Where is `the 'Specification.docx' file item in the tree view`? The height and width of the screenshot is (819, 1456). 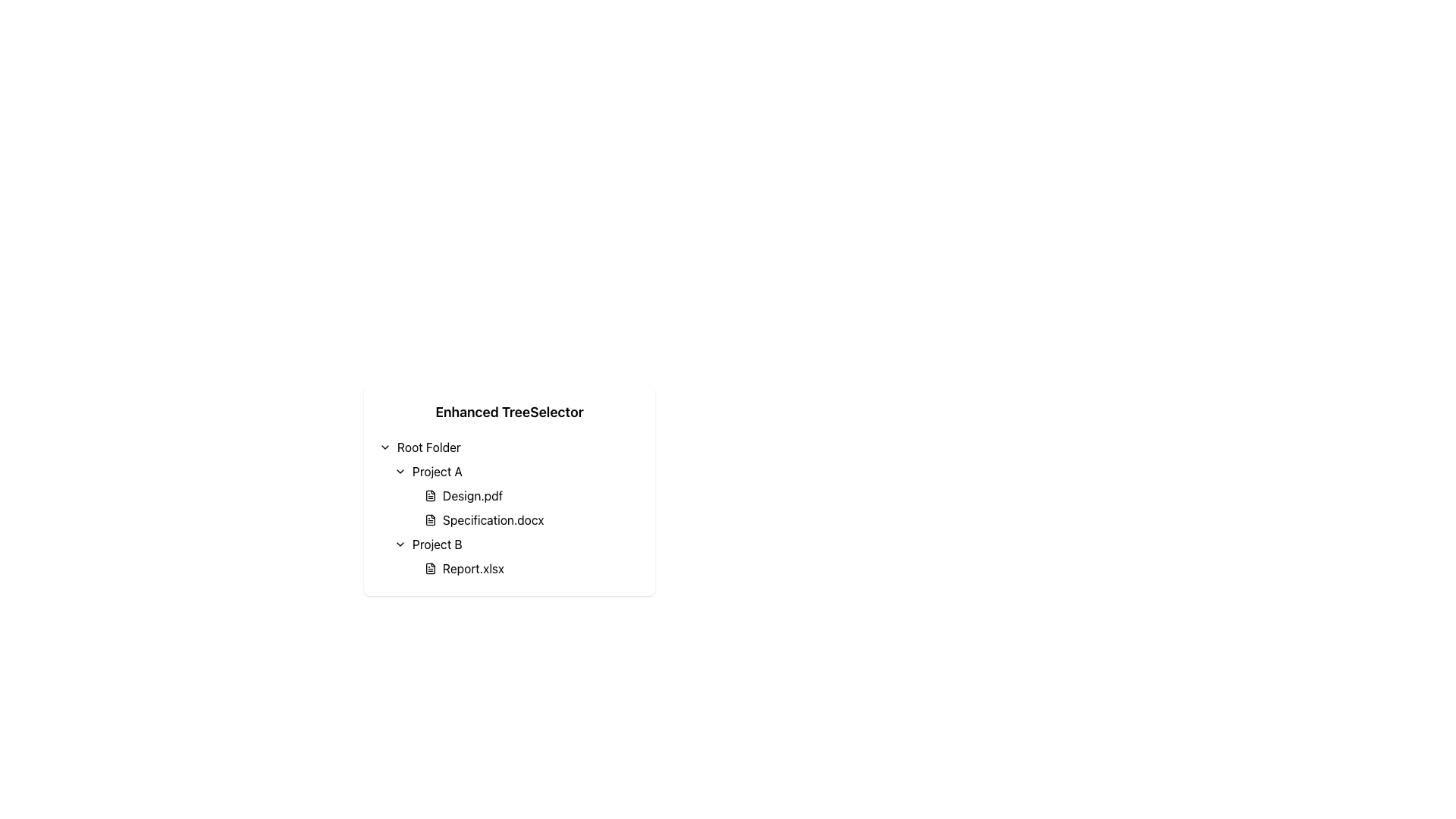
the 'Specification.docx' file item in the tree view is located at coordinates (532, 519).